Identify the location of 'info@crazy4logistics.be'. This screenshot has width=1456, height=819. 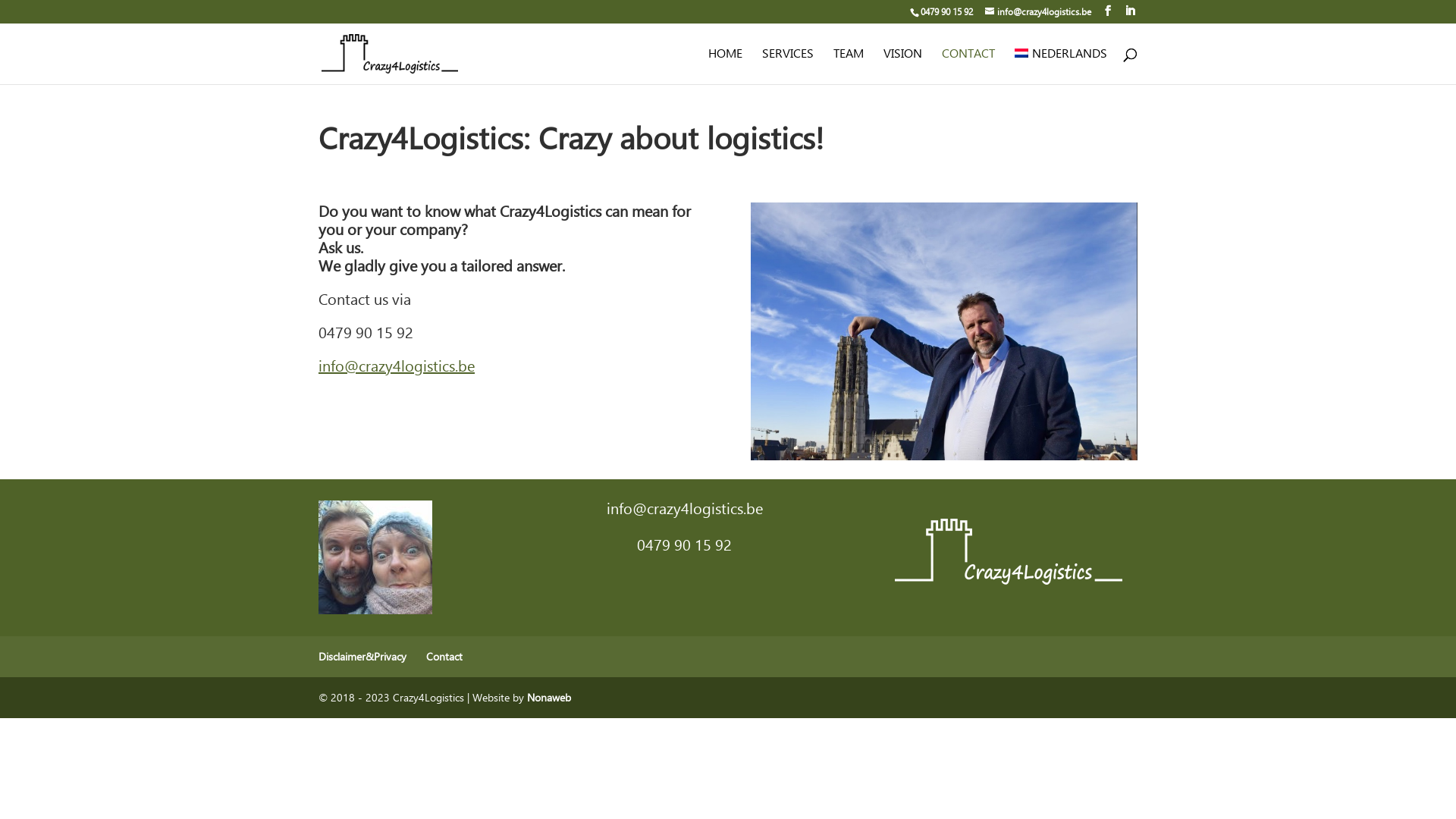
(985, 11).